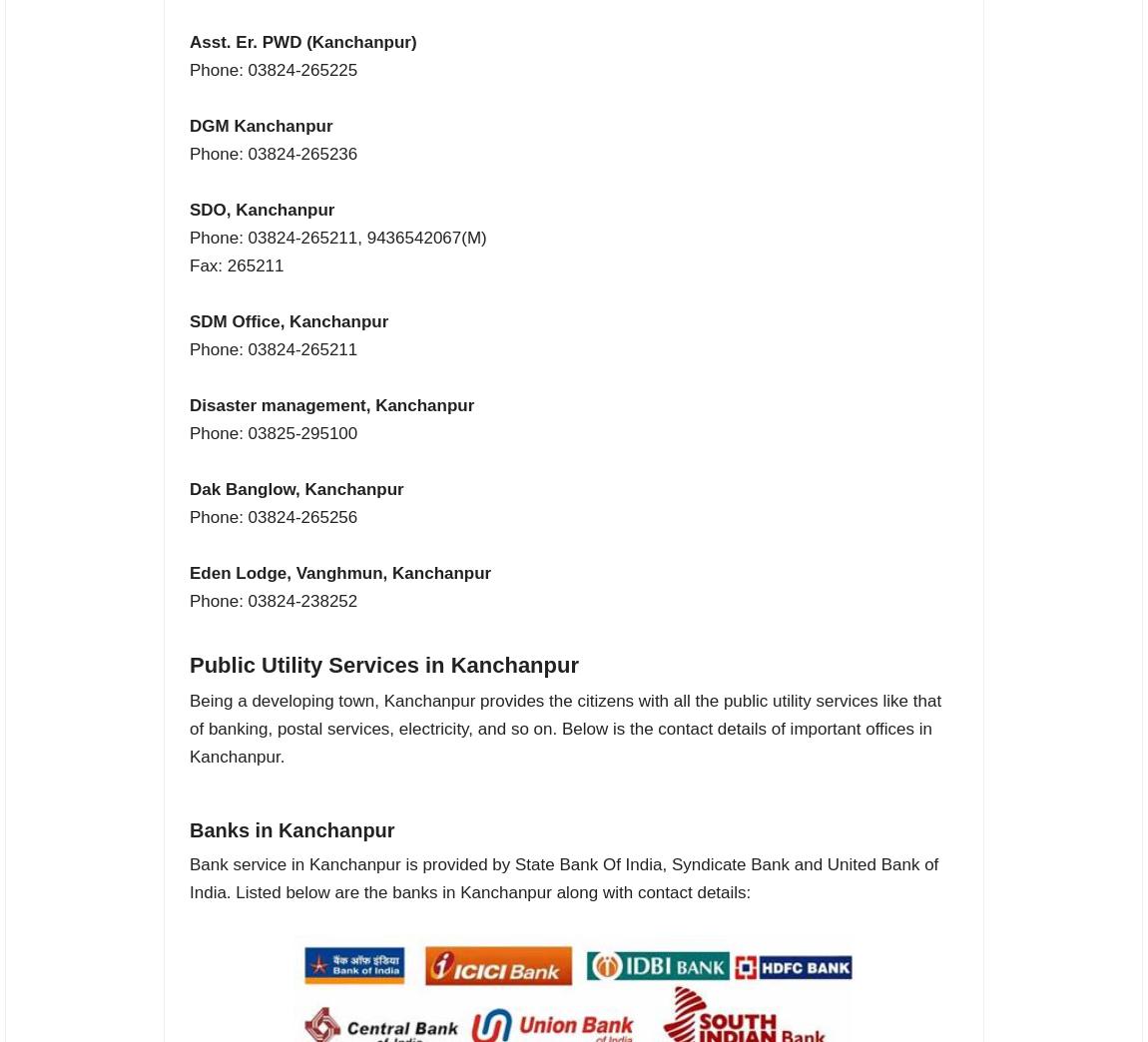  I want to click on 'Disaster management, Kanchanpur', so click(331, 404).